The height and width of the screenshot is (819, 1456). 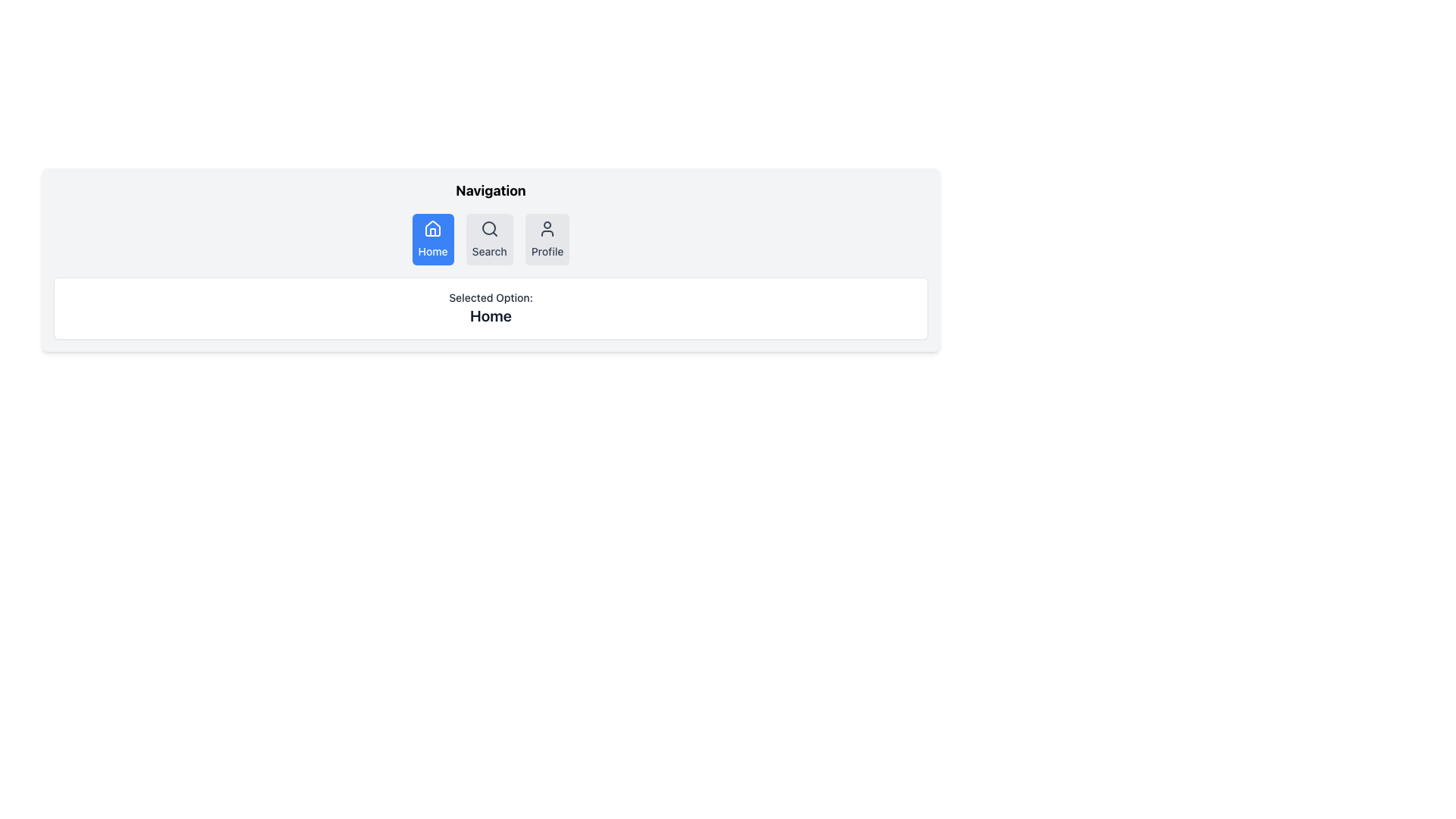 I want to click on the circular part of the magnifying glass in the search icon located in the navigation bar, so click(x=488, y=227).